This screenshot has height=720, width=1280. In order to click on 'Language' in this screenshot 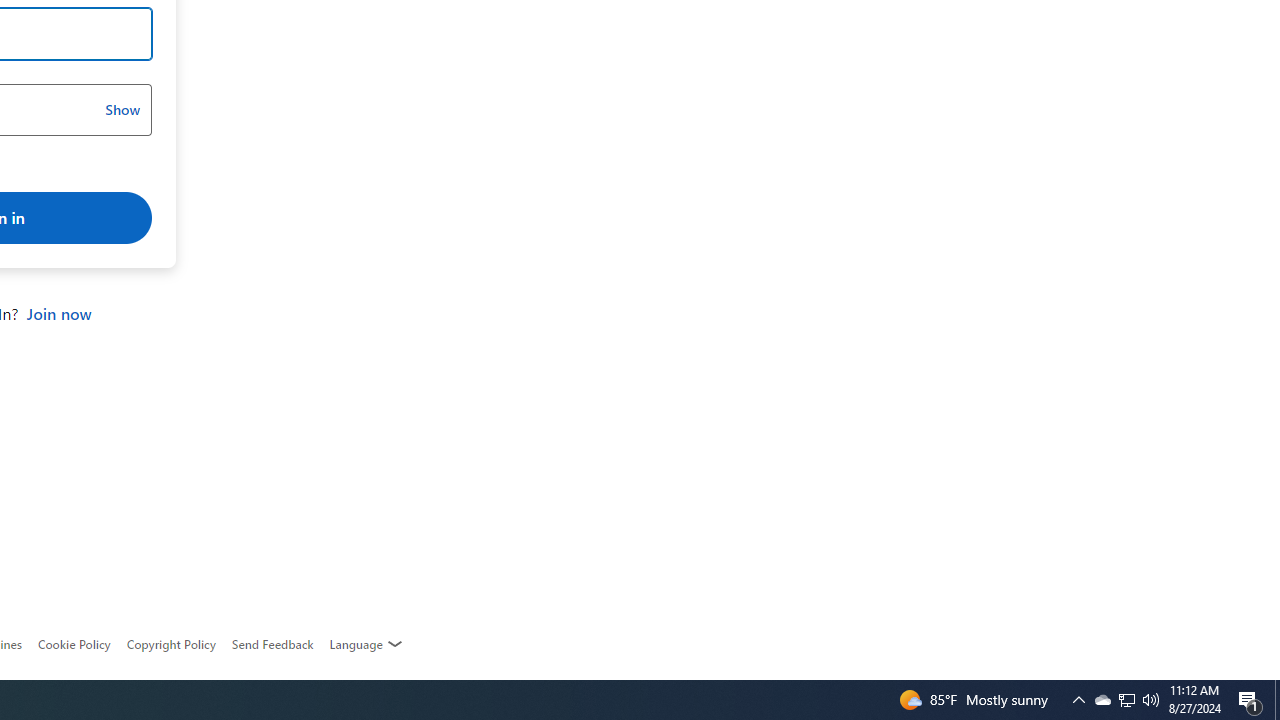, I will do `click(366, 644)`.